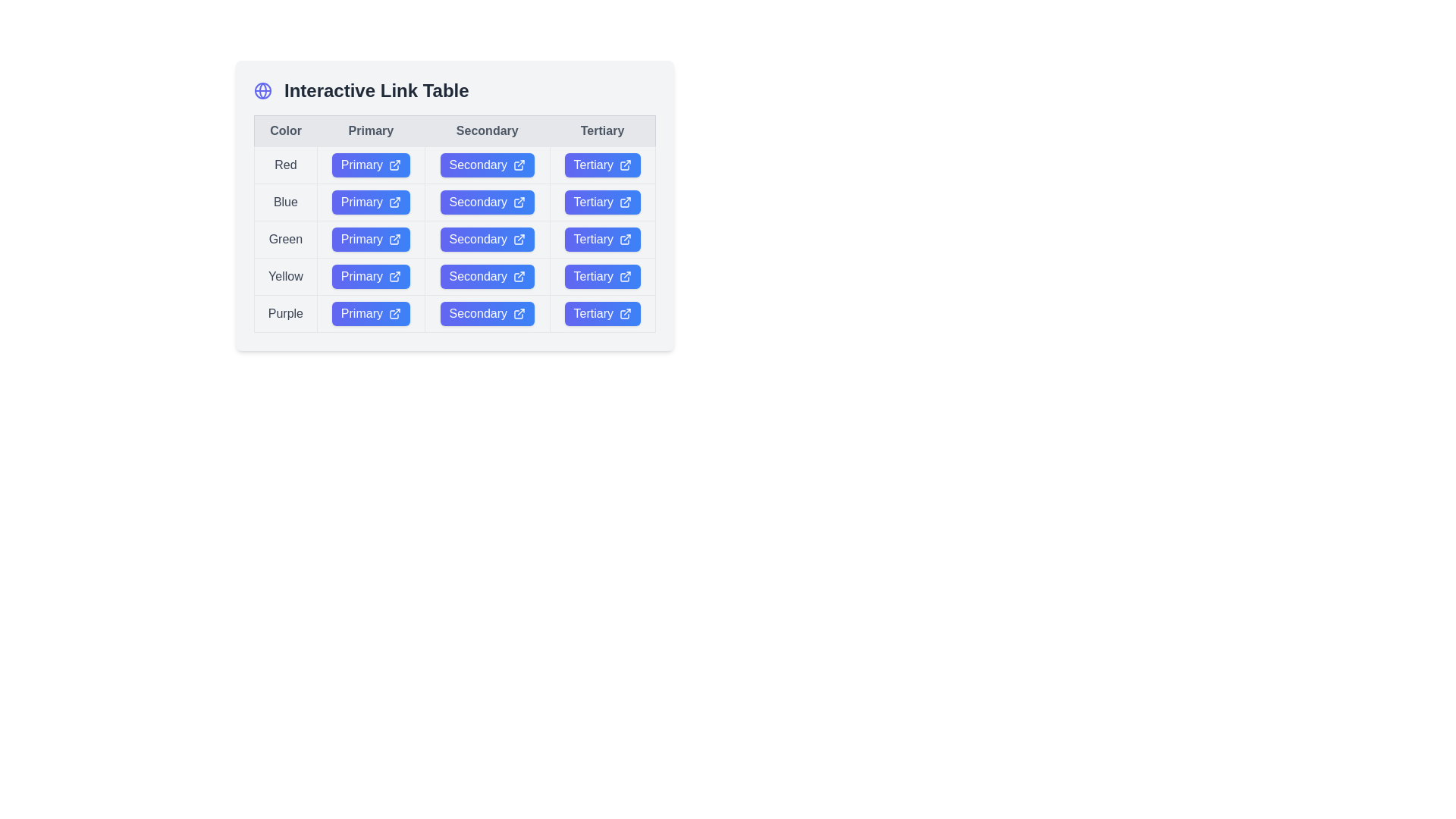 The width and height of the screenshot is (1456, 819). I want to click on the interactive link button located in the fourth row and second column of the table under the 'Primary' category of the 'Yellow' row, so click(371, 277).